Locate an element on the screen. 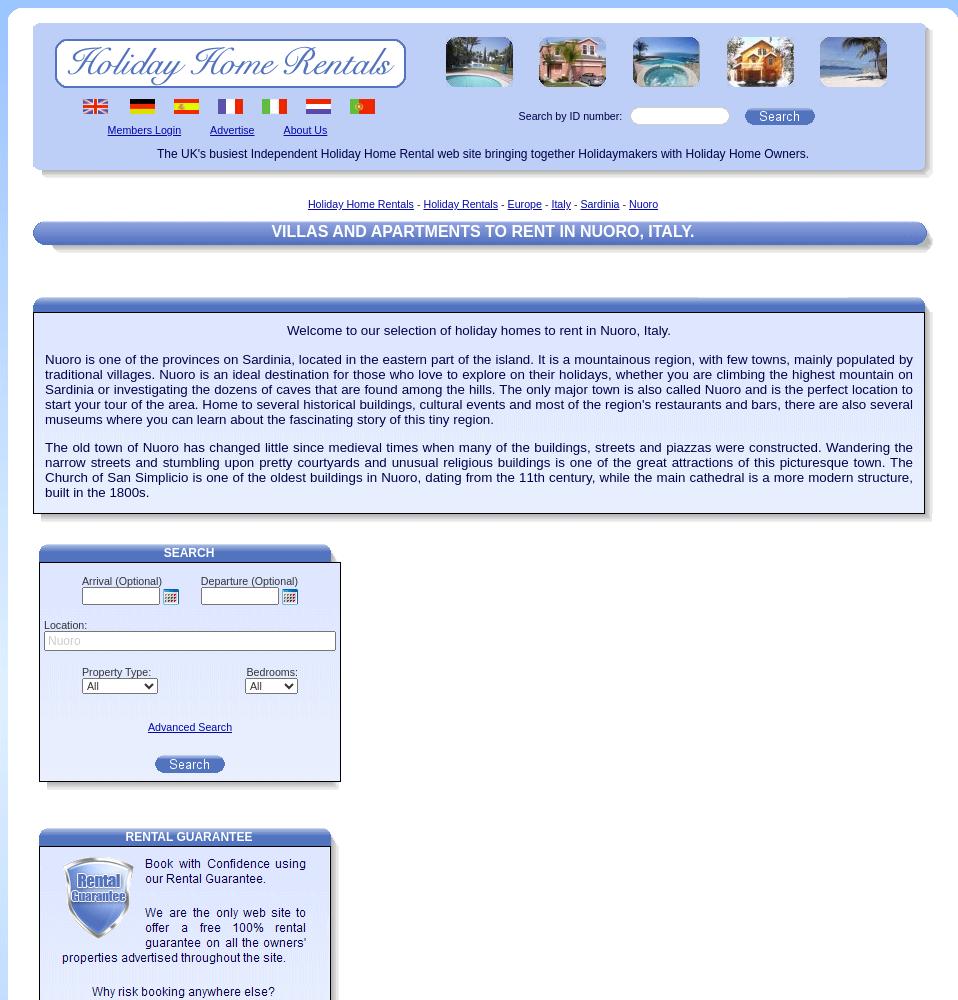  'Advanced Search' is located at coordinates (188, 726).